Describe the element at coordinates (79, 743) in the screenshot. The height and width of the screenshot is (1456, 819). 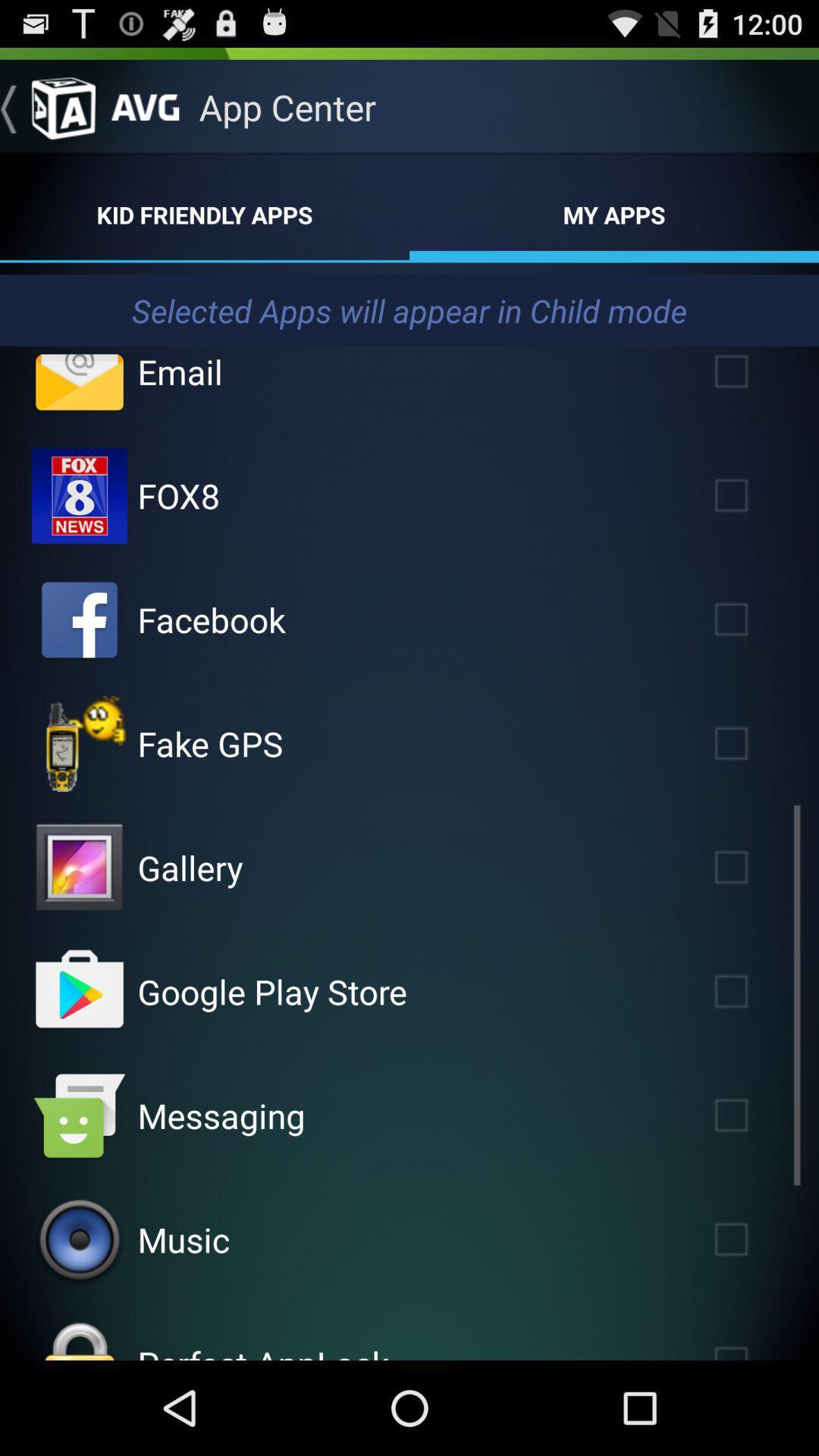
I see `app selection` at that location.